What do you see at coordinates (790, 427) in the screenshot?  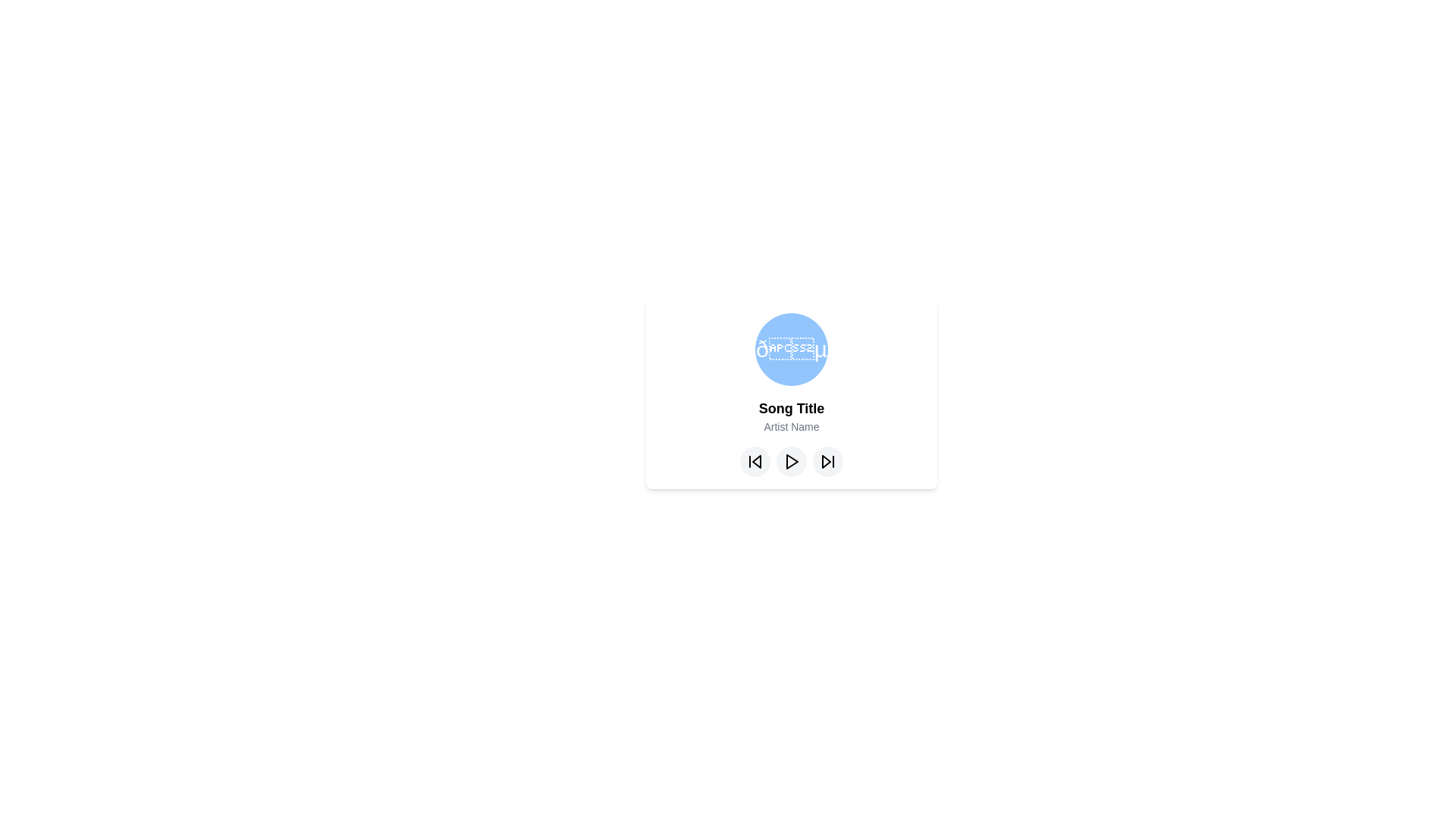 I see `the text label displaying 'Artist Name' in gray color, located directly below the 'Song Title'` at bounding box center [790, 427].